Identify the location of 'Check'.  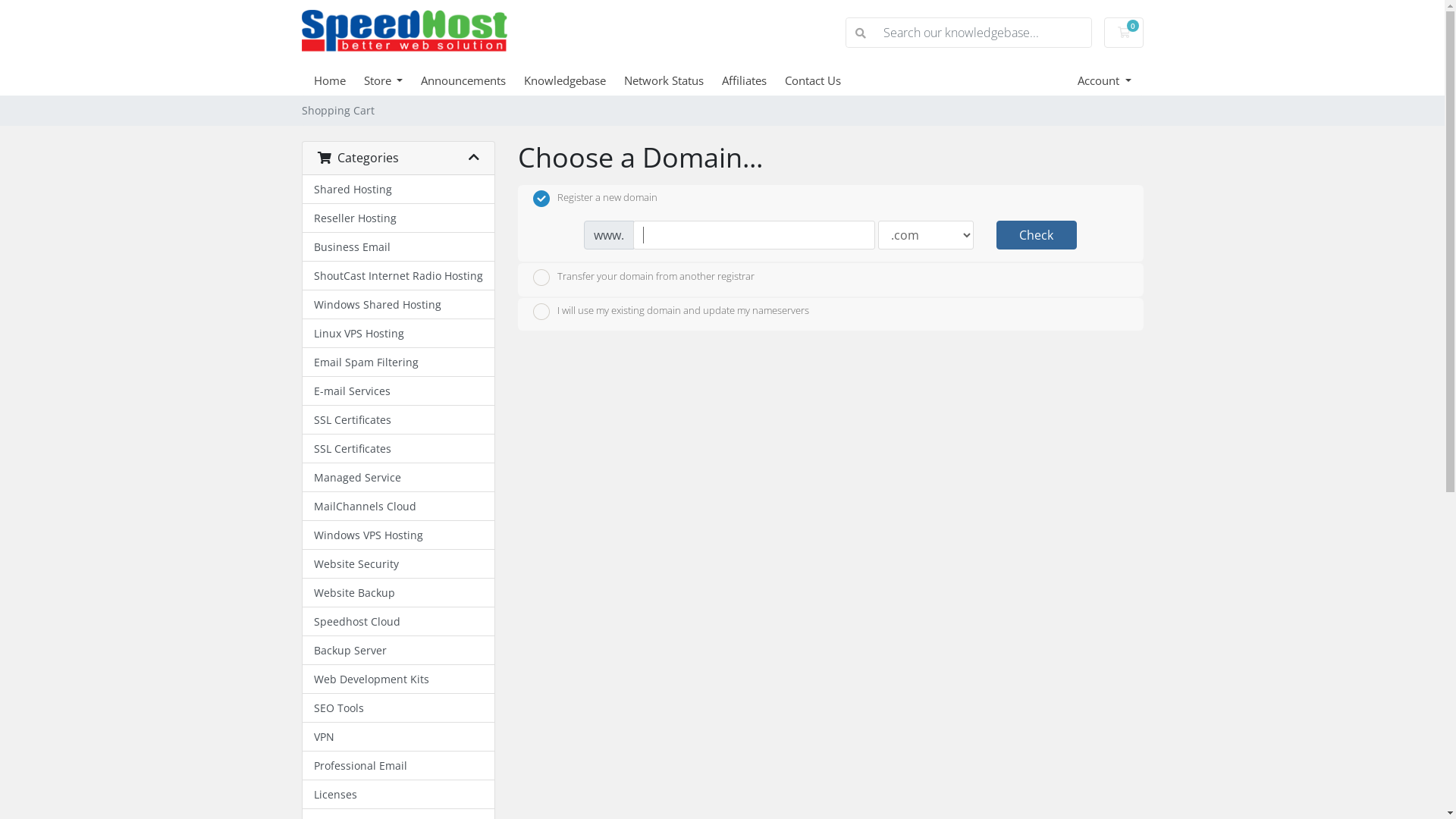
(1036, 234).